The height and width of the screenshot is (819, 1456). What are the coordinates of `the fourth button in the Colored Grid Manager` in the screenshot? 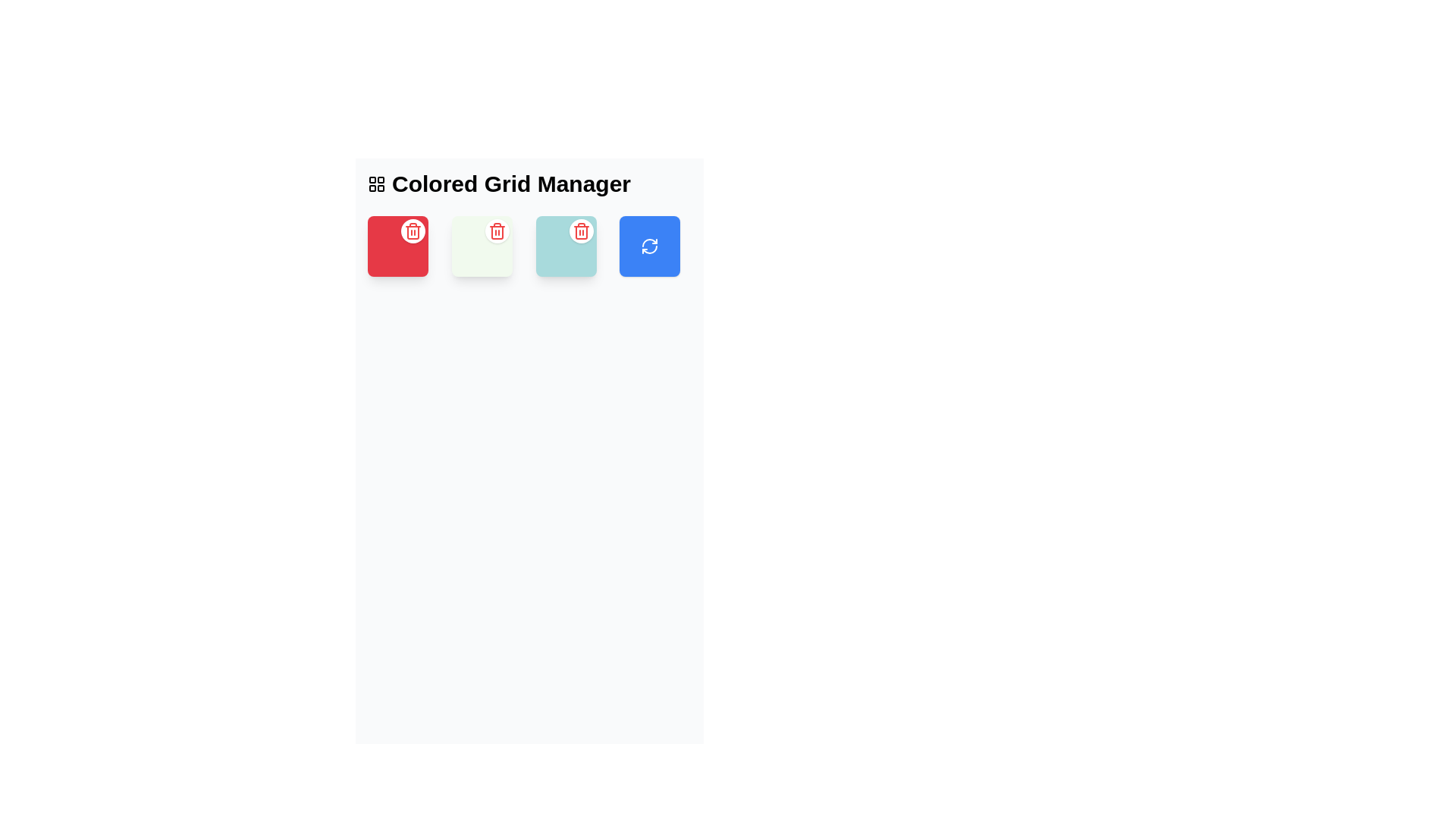 It's located at (650, 245).